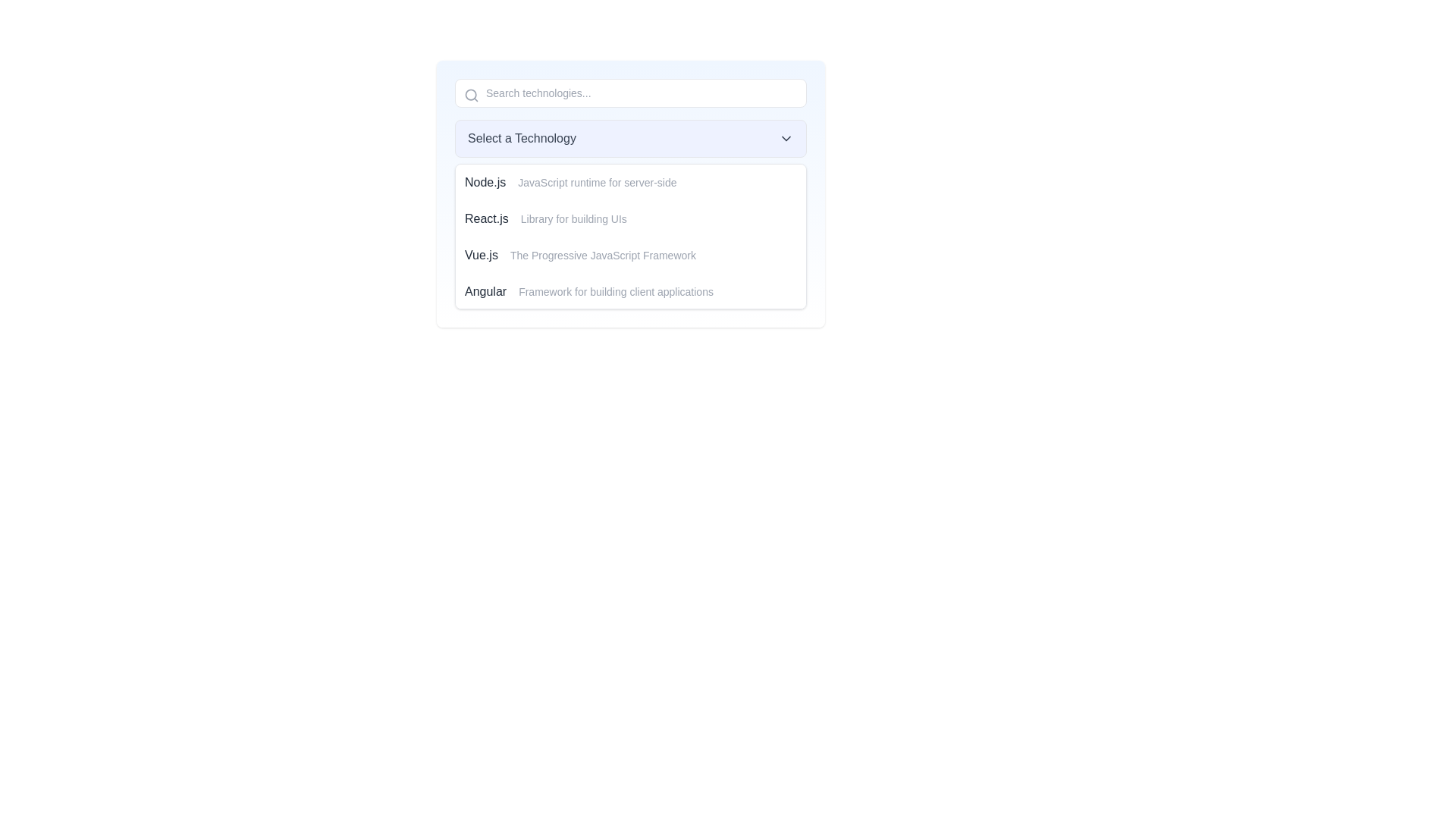 Image resolution: width=1456 pixels, height=819 pixels. What do you see at coordinates (630, 138) in the screenshot?
I see `the Dropdown trigger with the label 'Select a Technology'` at bounding box center [630, 138].